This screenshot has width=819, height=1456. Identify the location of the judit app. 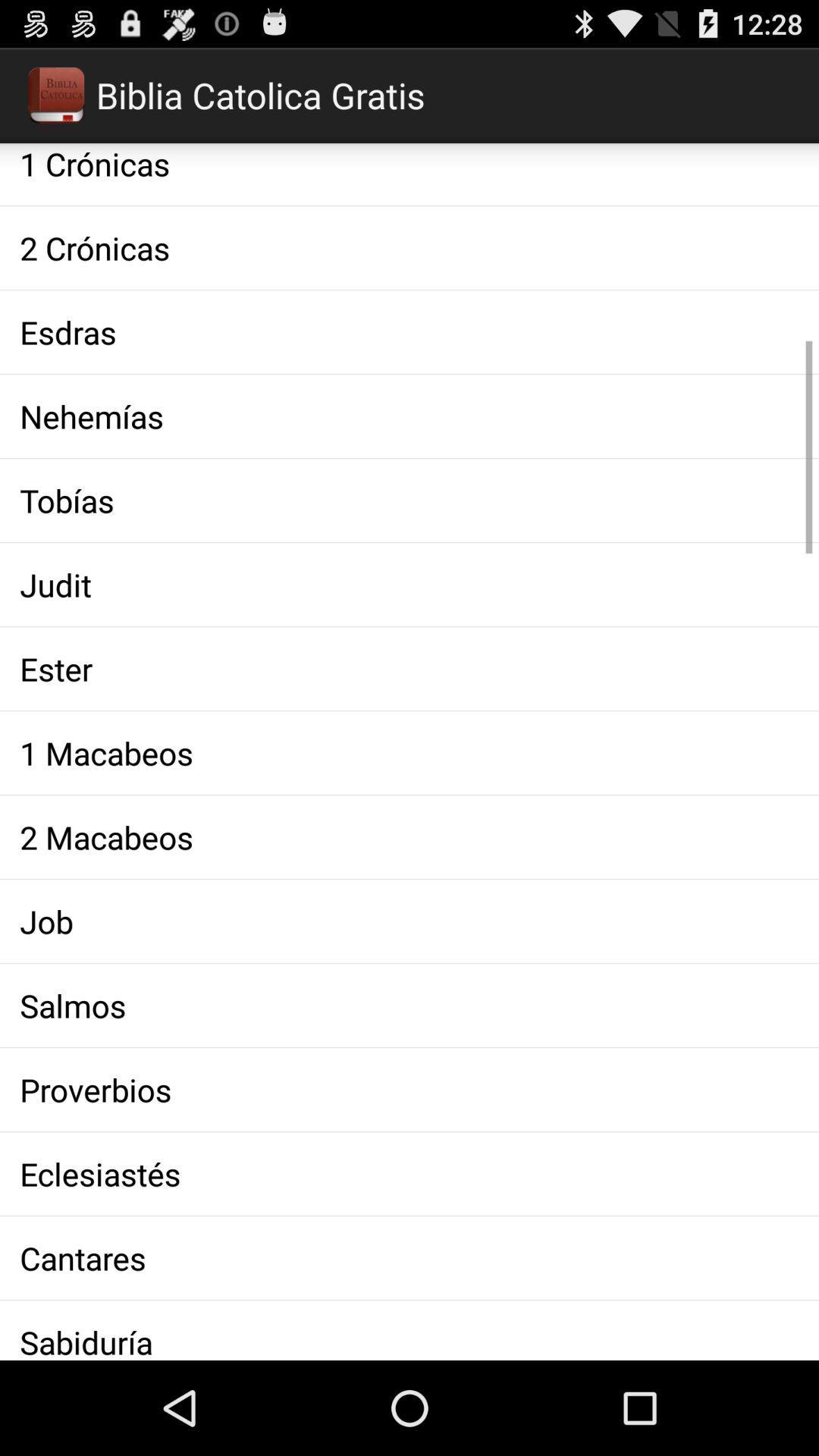
(409, 584).